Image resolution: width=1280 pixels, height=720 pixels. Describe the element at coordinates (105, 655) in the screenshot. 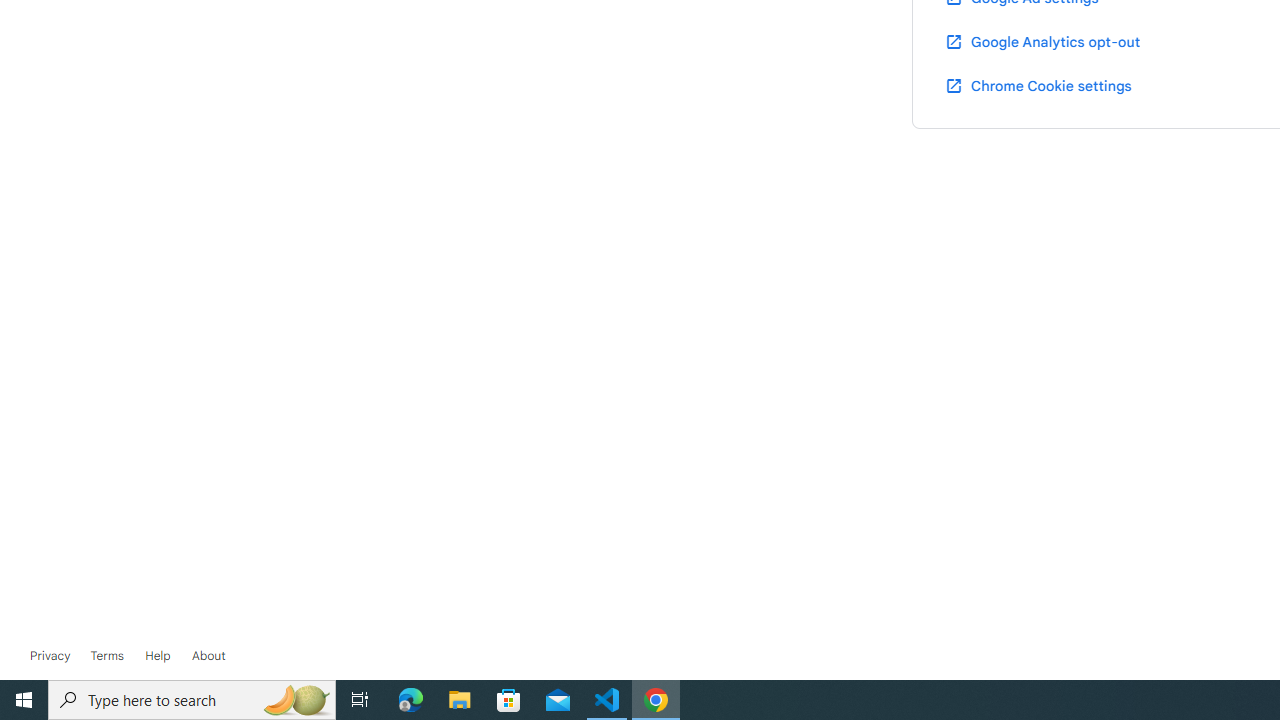

I see `'Terms'` at that location.